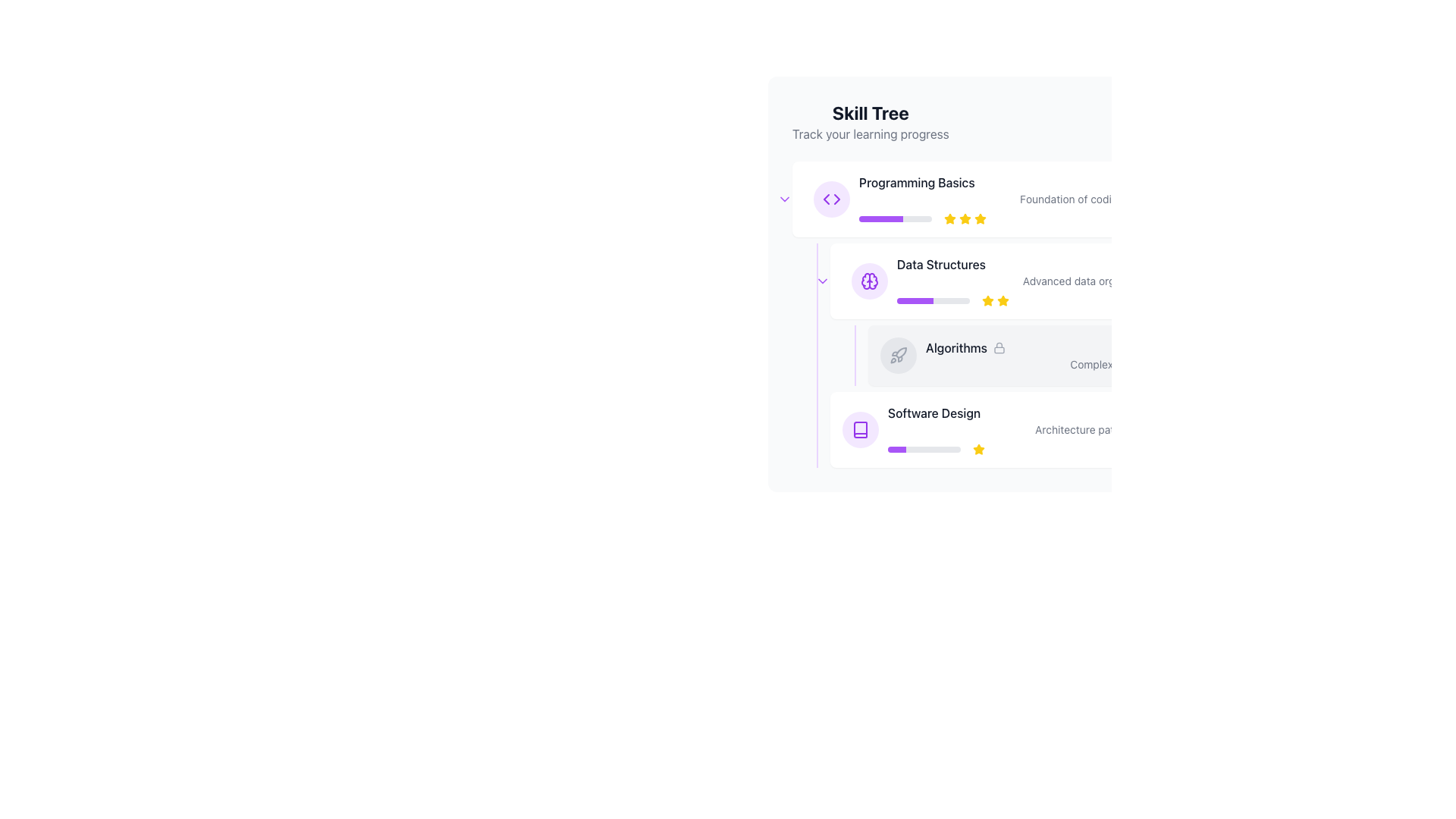 Image resolution: width=1456 pixels, height=819 pixels. Describe the element at coordinates (1103, 356) in the screenshot. I see `the 'Algorithms' skill item, which features a rocket icon and the text 'Complex problem solving'` at that location.